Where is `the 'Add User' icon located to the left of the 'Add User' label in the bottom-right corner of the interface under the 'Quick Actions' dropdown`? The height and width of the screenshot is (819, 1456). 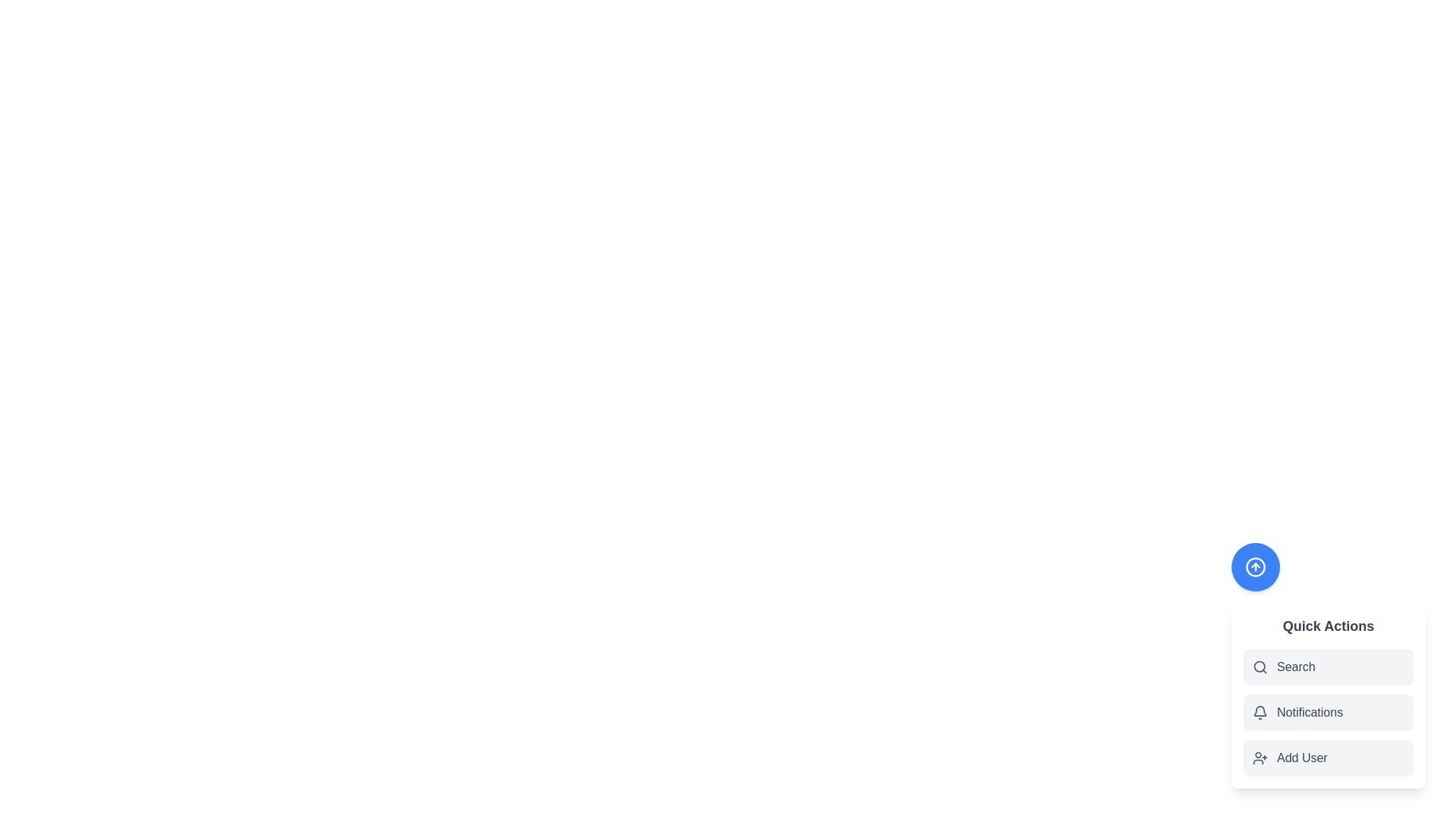 the 'Add User' icon located to the left of the 'Add User' label in the bottom-right corner of the interface under the 'Quick Actions' dropdown is located at coordinates (1260, 758).